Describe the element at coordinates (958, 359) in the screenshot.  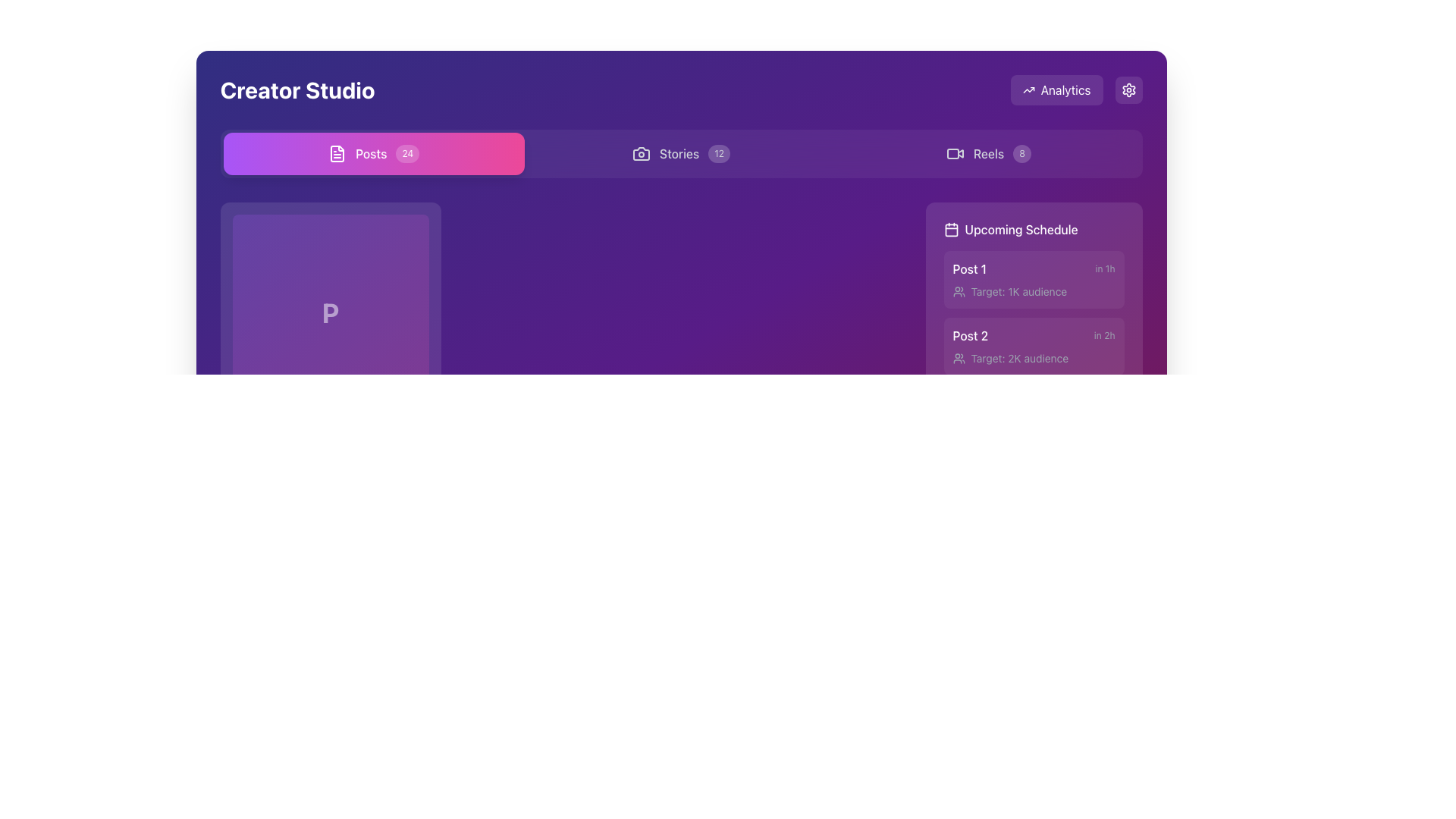
I see `the text adjacent to the user group icon located next to 'Target: 2K audience' in the 'Upcoming Schedule' section of 'Post 2'` at that location.